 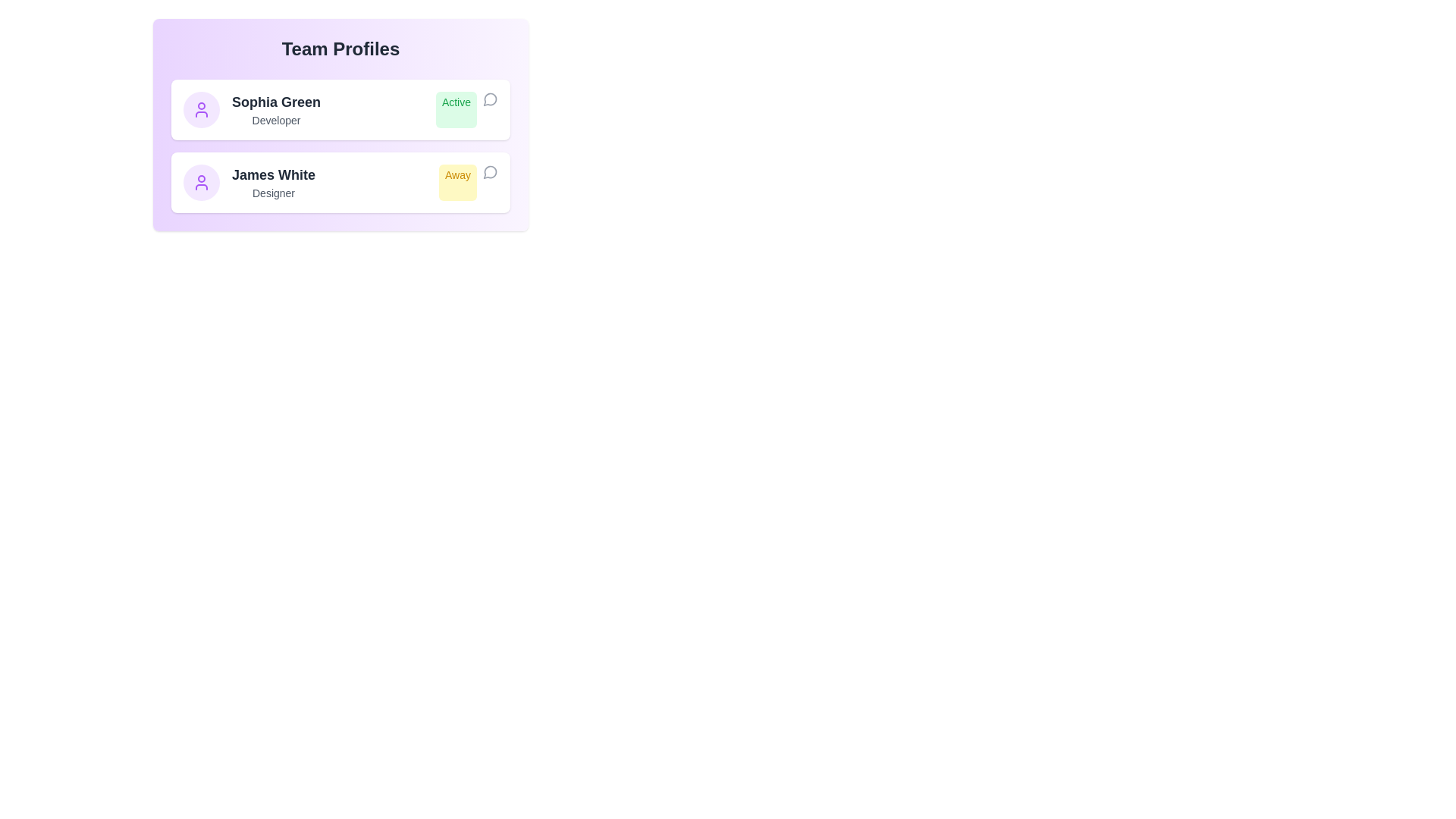 What do you see at coordinates (491, 99) in the screenshot?
I see `the circular message icon located at the far-right edge of the row for 'Sophia Green's' profile` at bounding box center [491, 99].